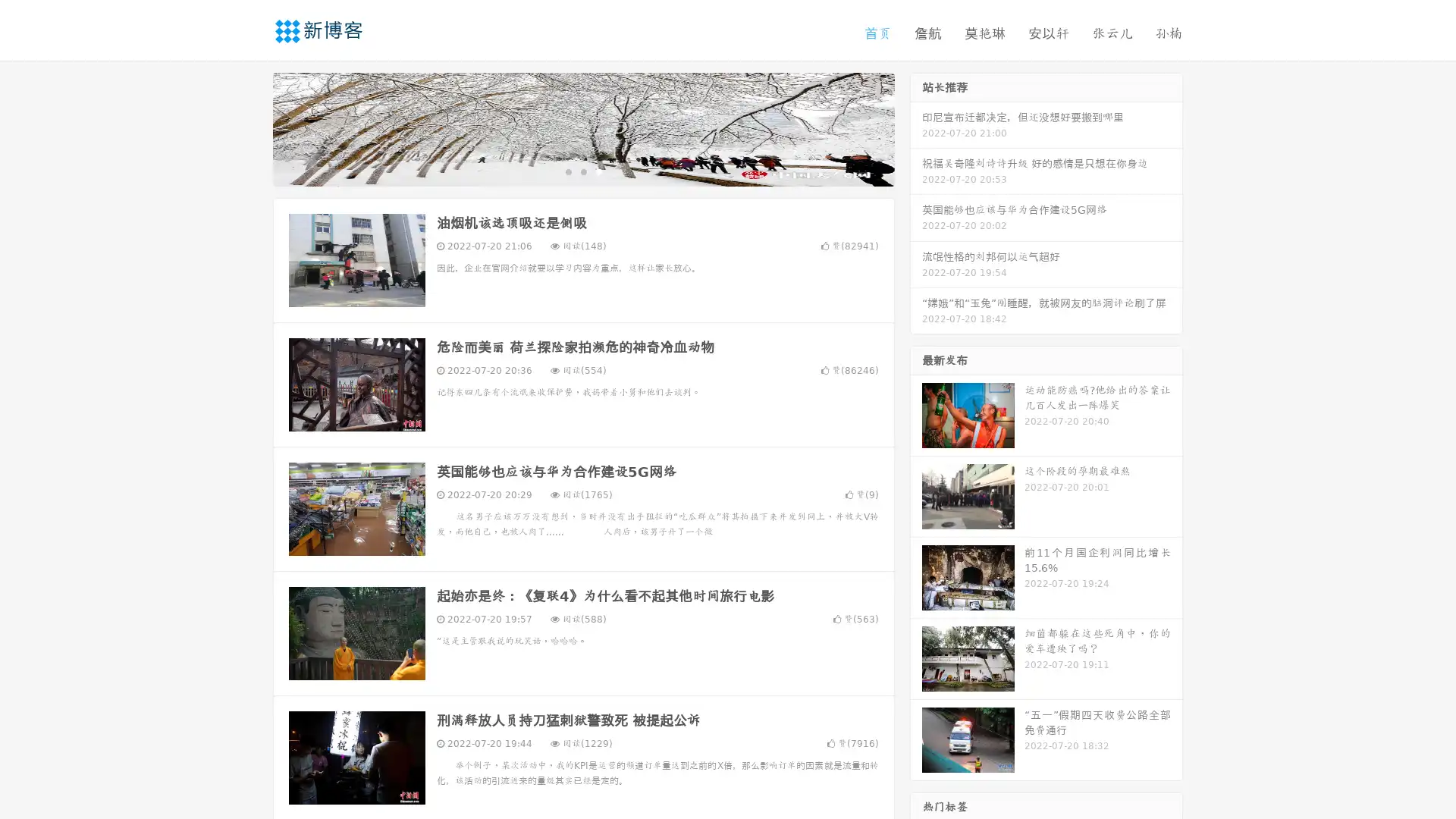 The image size is (1456, 819). I want to click on Go to slide 2, so click(582, 171).